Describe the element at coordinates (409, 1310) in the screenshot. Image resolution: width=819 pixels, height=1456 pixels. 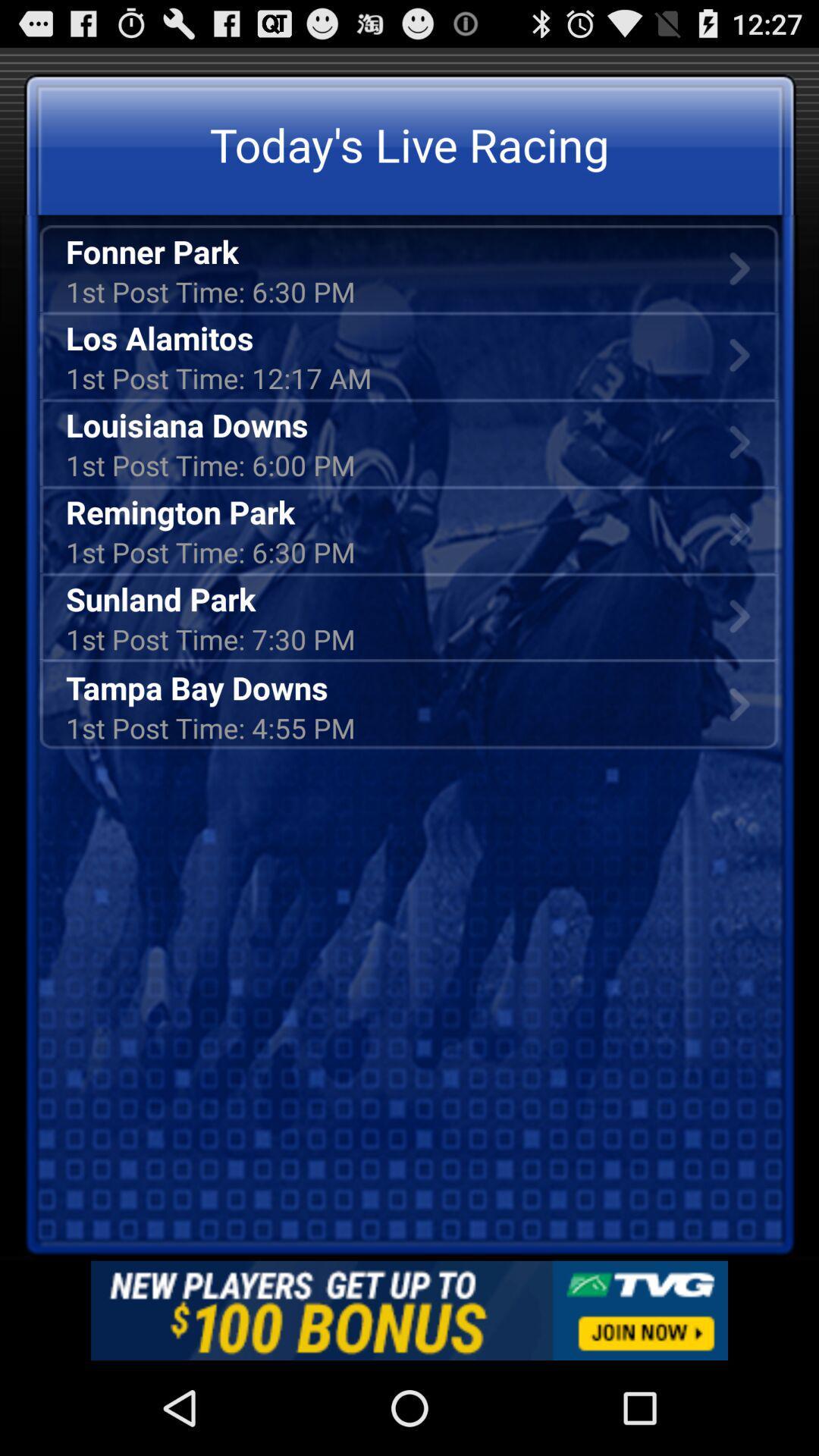
I see `this is add on the app` at that location.